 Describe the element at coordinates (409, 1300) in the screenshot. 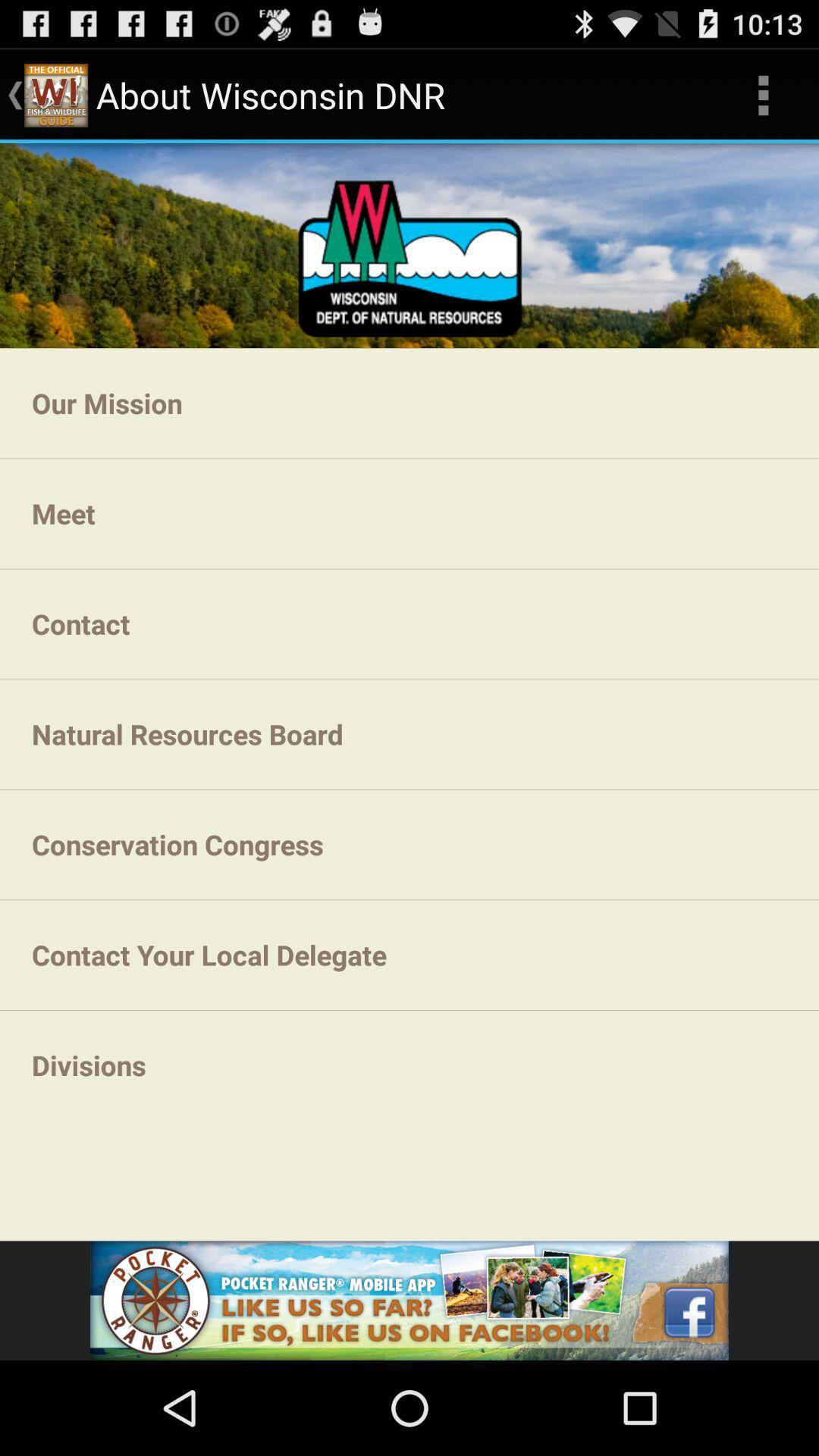

I see `open advertisement` at that location.